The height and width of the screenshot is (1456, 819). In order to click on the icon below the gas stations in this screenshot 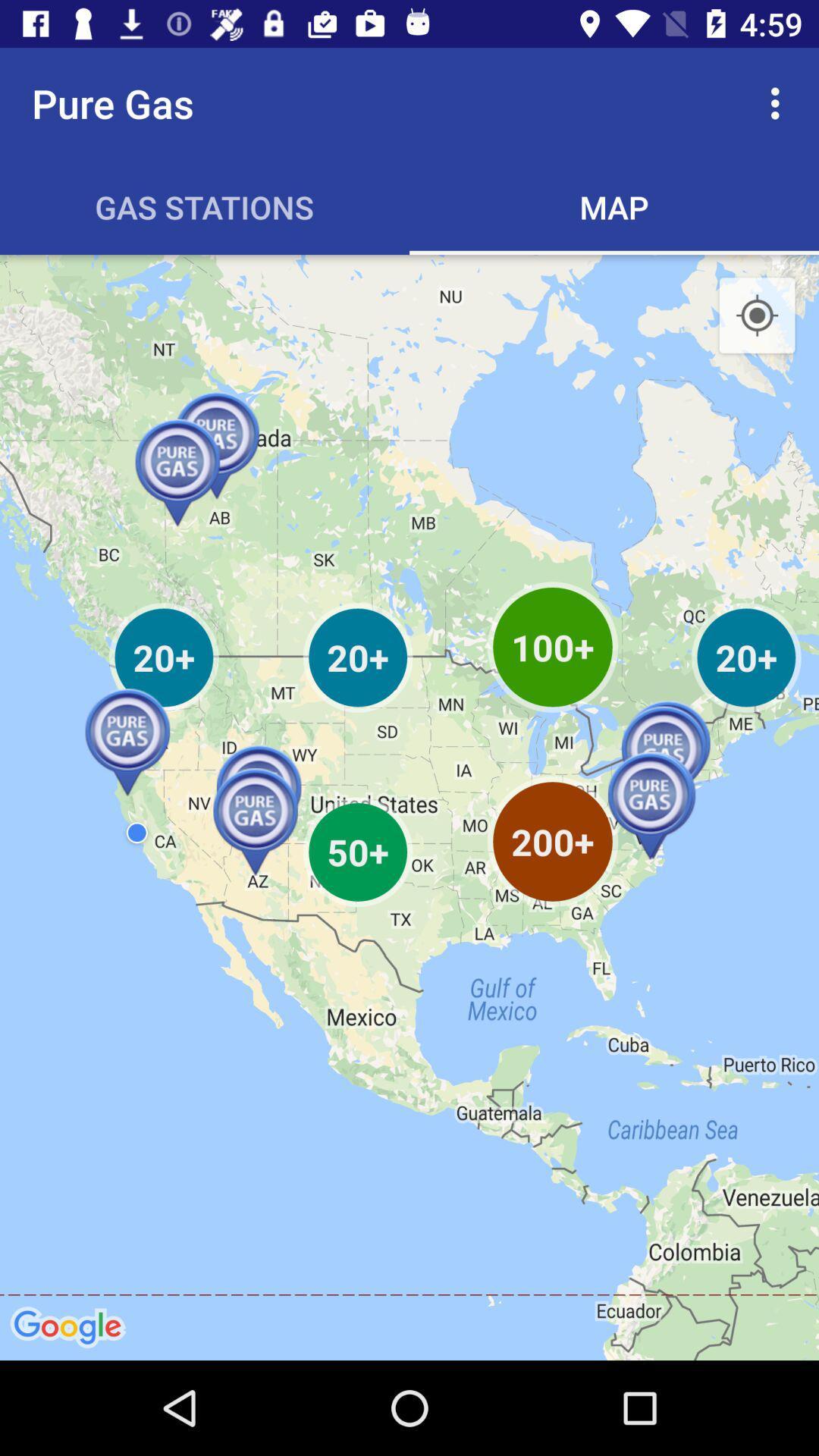, I will do `click(409, 807)`.